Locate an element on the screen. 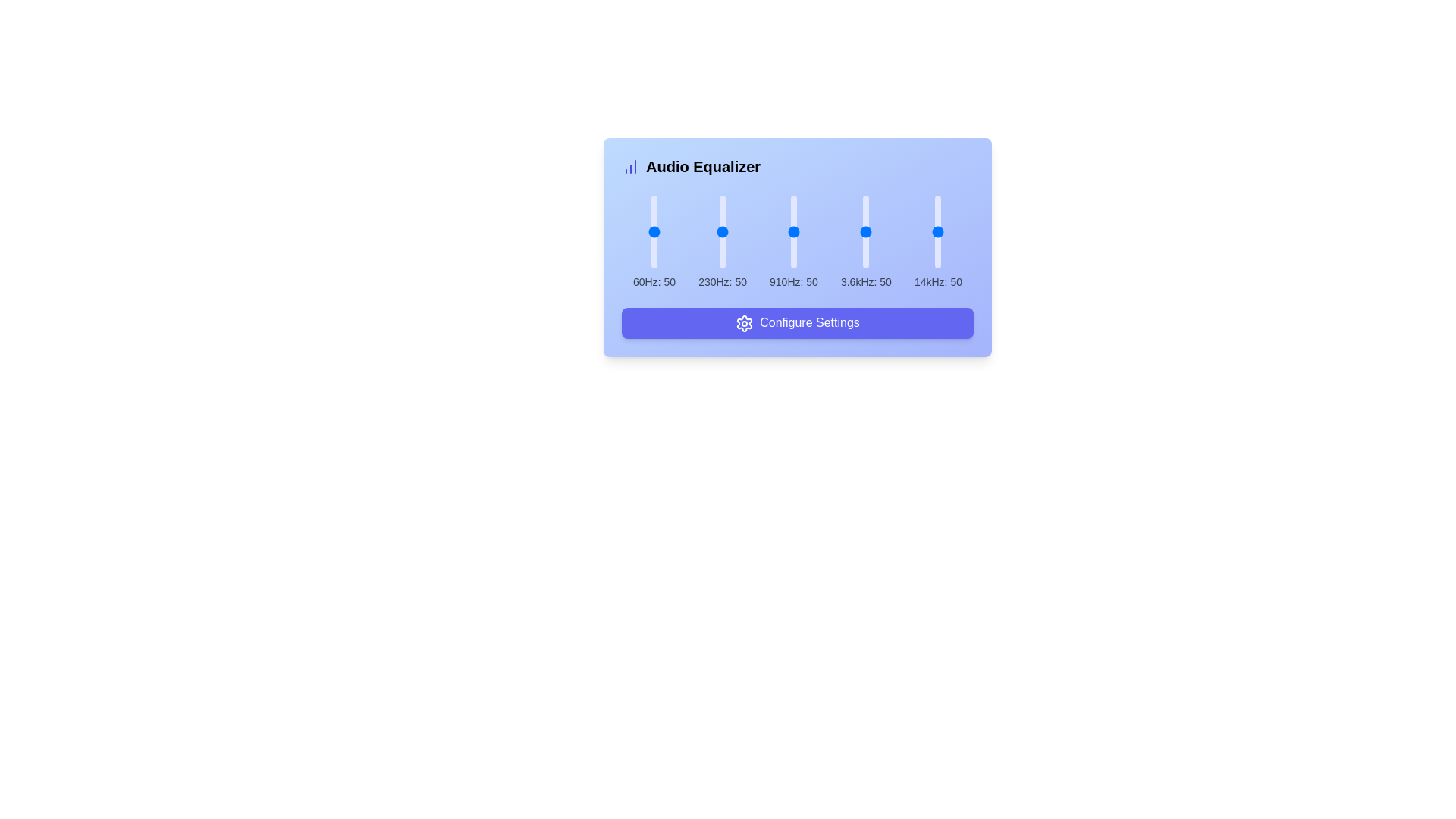  the frequency level of 910Hz is located at coordinates (792, 243).